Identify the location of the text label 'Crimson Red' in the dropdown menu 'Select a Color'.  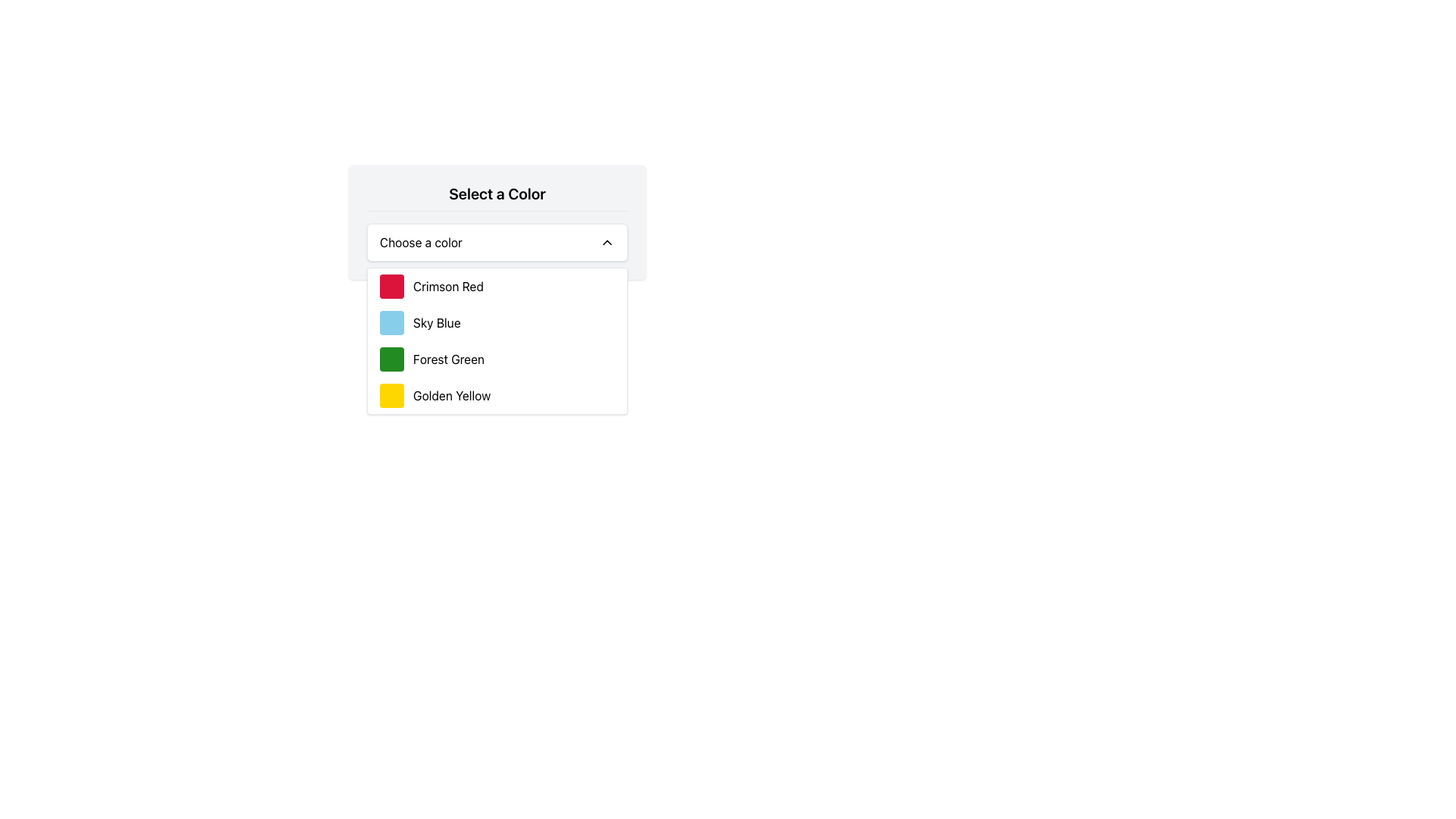
(447, 287).